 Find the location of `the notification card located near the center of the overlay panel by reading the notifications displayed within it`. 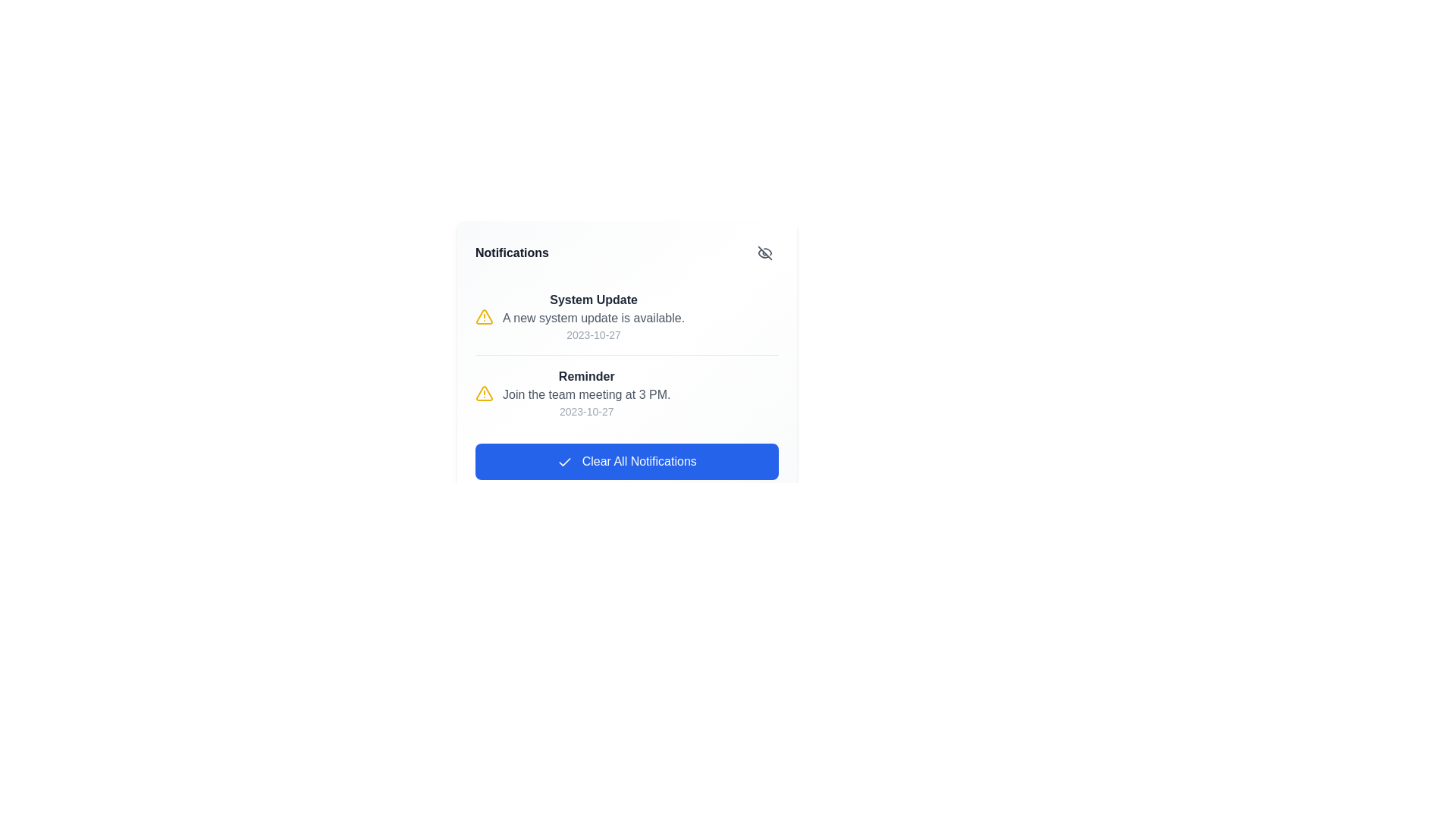

the notification card located near the center of the overlay panel by reading the notifications displayed within it is located at coordinates (626, 359).